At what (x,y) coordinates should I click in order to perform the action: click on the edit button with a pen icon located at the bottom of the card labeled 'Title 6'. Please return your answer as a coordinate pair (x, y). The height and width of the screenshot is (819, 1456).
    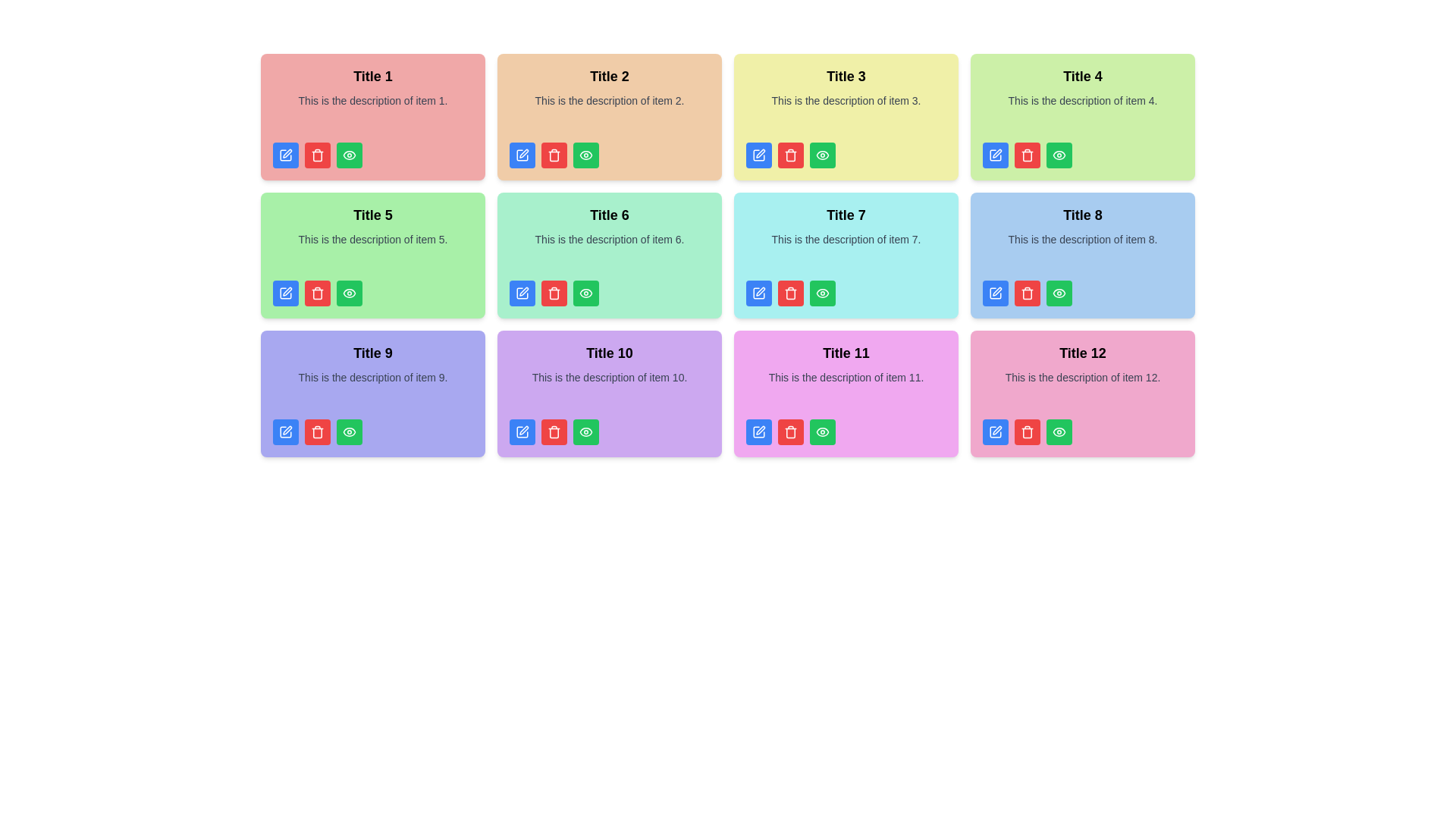
    Looking at the image, I should click on (522, 293).